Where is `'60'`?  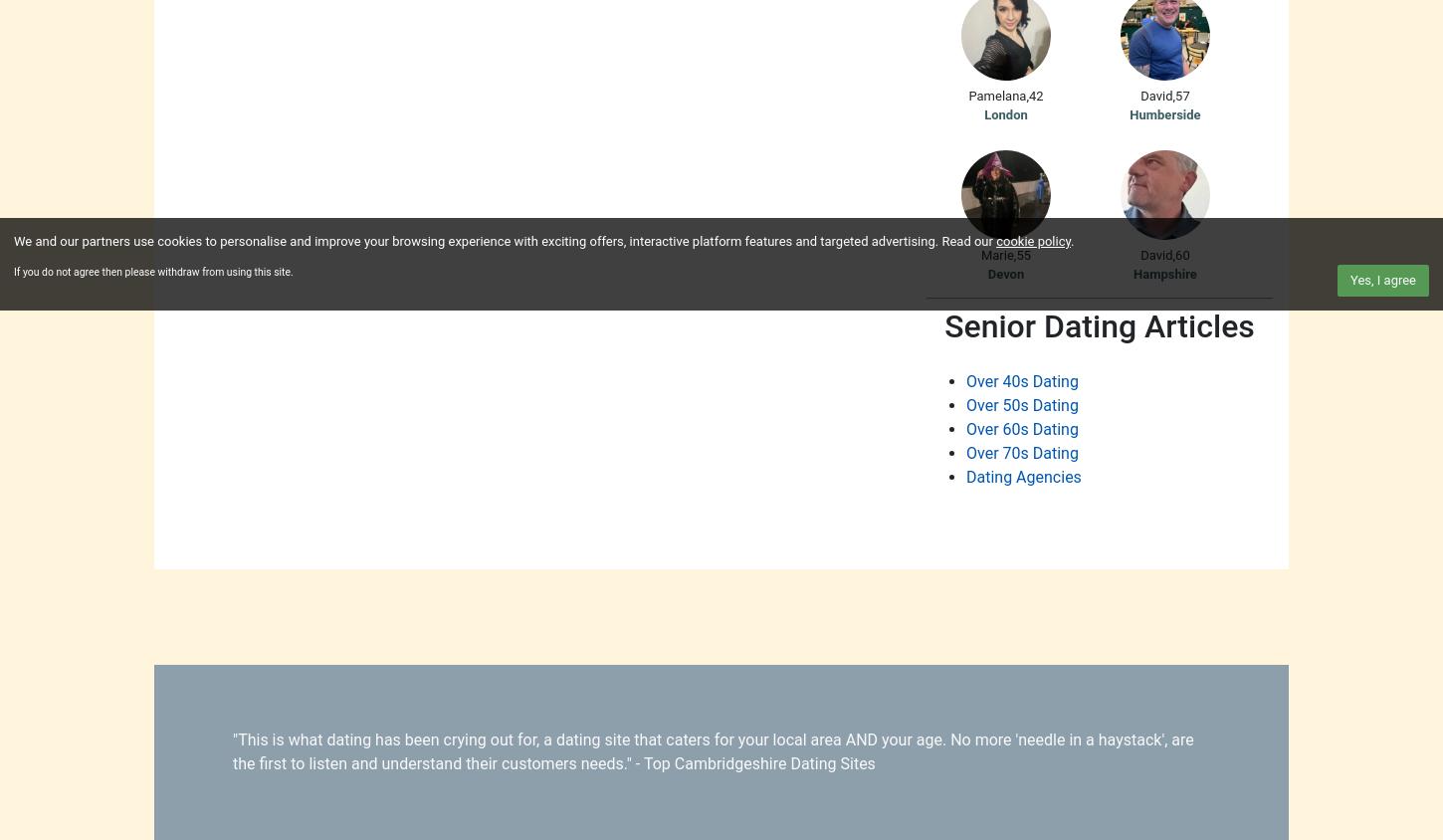
'60' is located at coordinates (1180, 253).